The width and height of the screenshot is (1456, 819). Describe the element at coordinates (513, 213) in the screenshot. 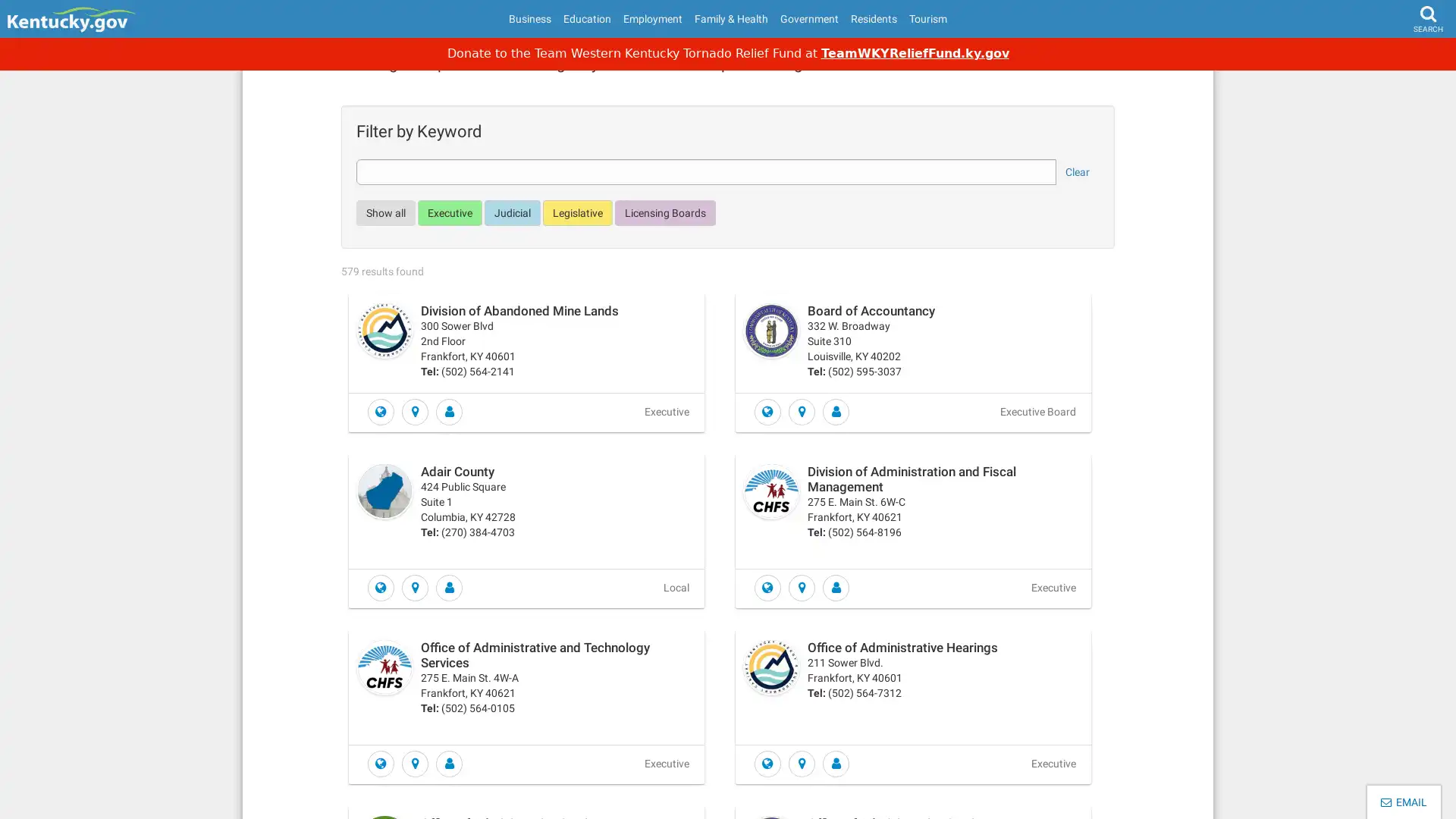

I see `Judicial` at that location.